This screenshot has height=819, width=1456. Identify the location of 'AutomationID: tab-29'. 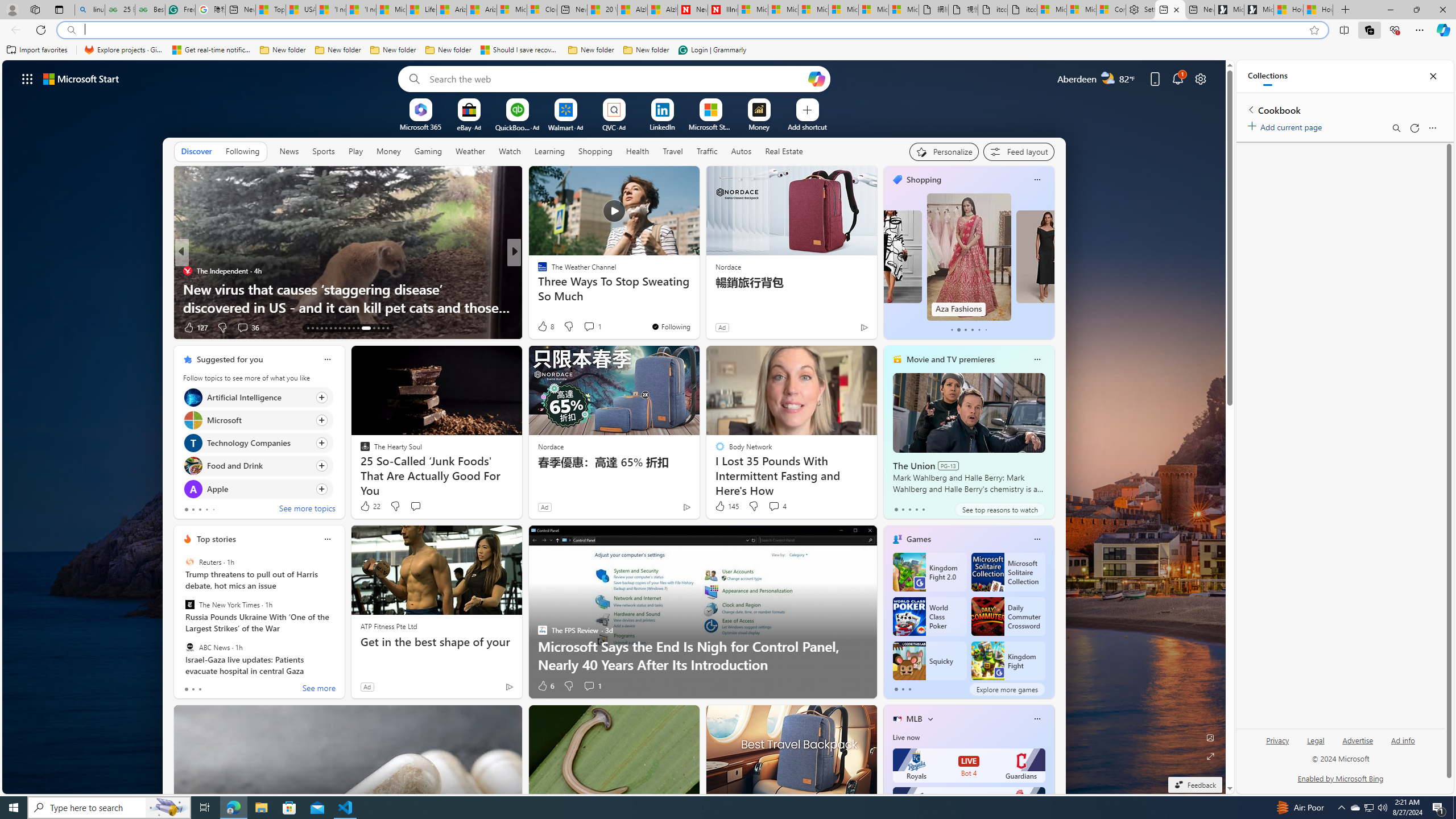
(387, 328).